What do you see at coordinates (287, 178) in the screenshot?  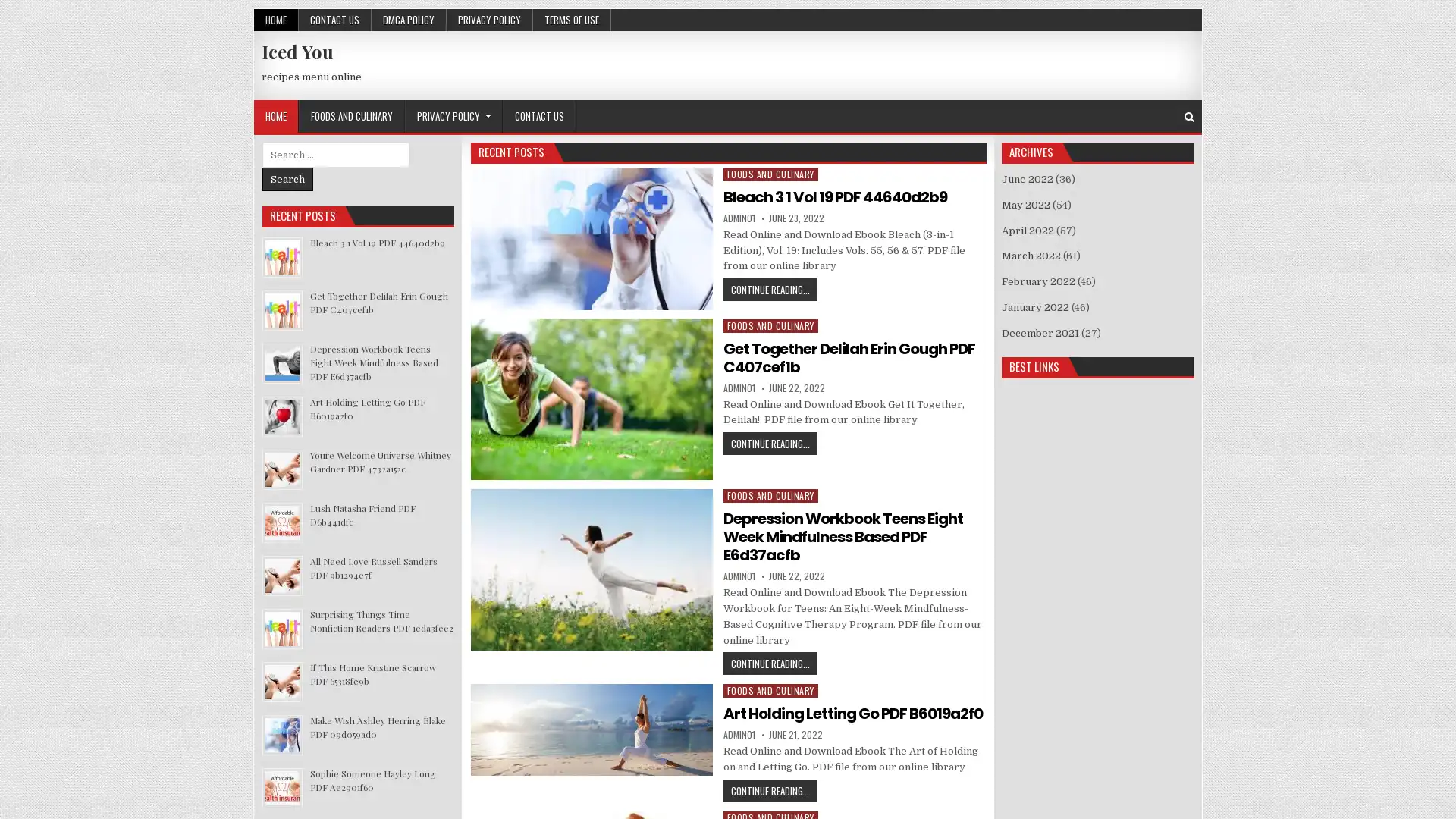 I see `Search` at bounding box center [287, 178].